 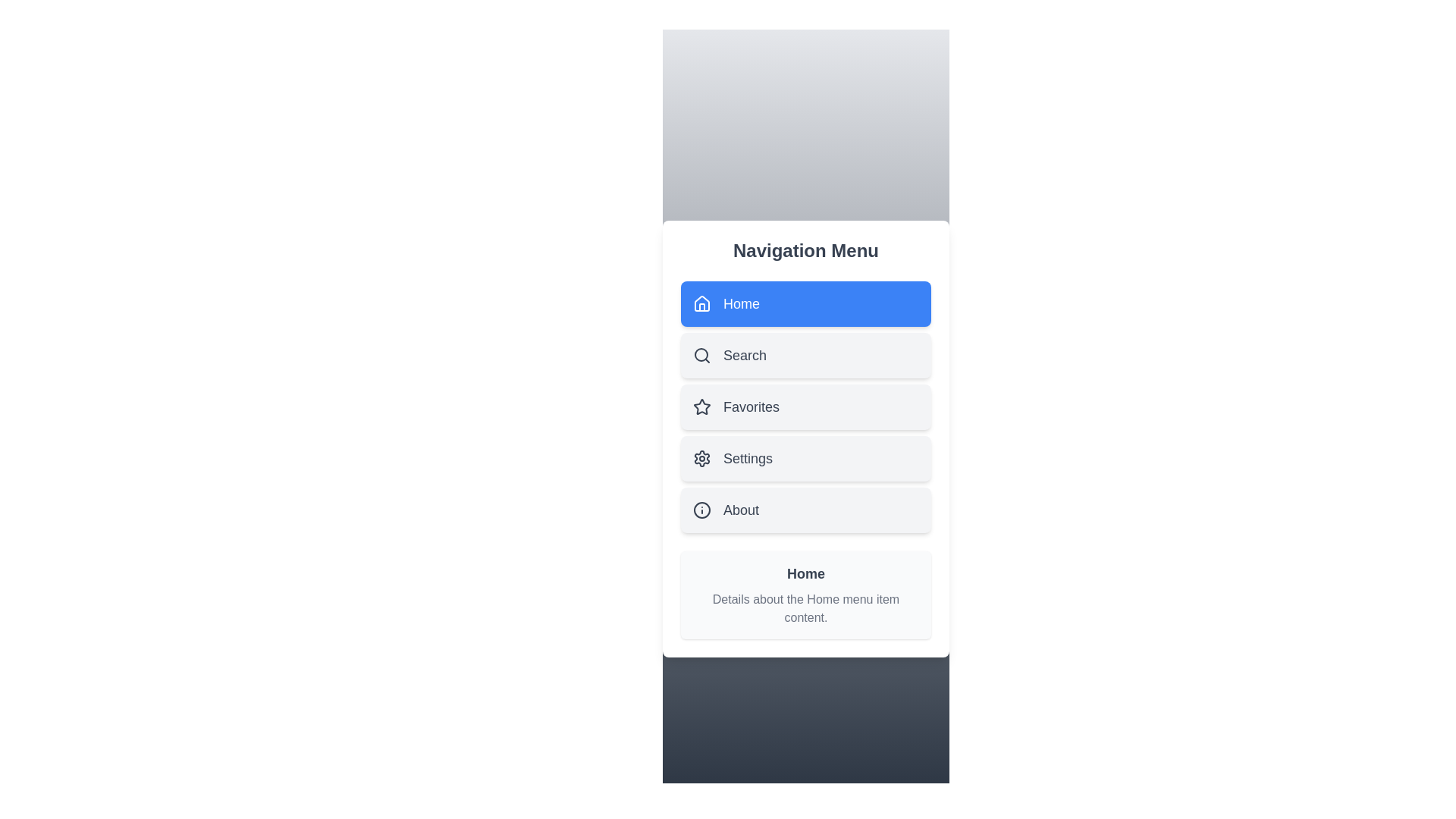 I want to click on the menu item Search, so click(x=805, y=356).